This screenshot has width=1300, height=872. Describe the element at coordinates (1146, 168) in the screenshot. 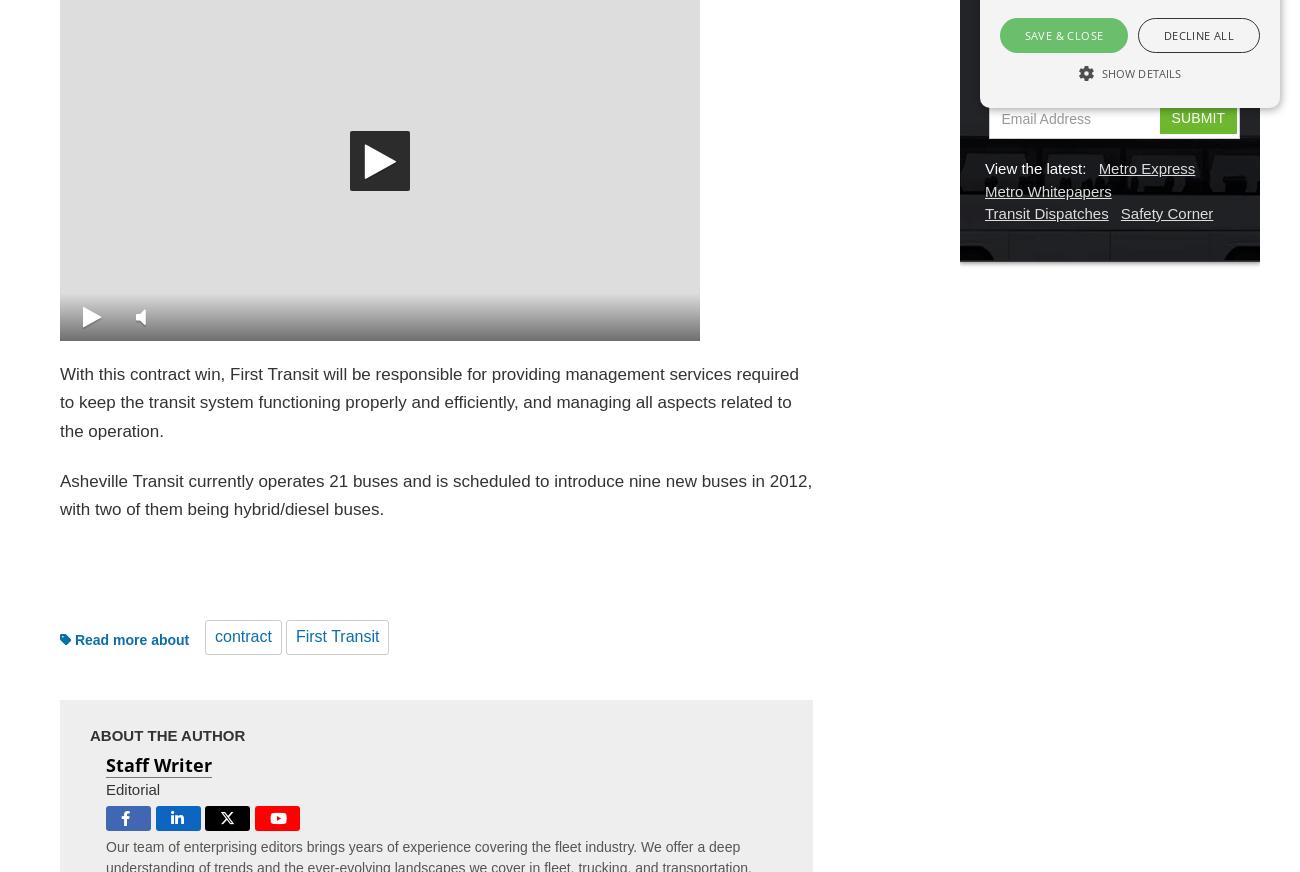

I see `'Metro Express'` at that location.